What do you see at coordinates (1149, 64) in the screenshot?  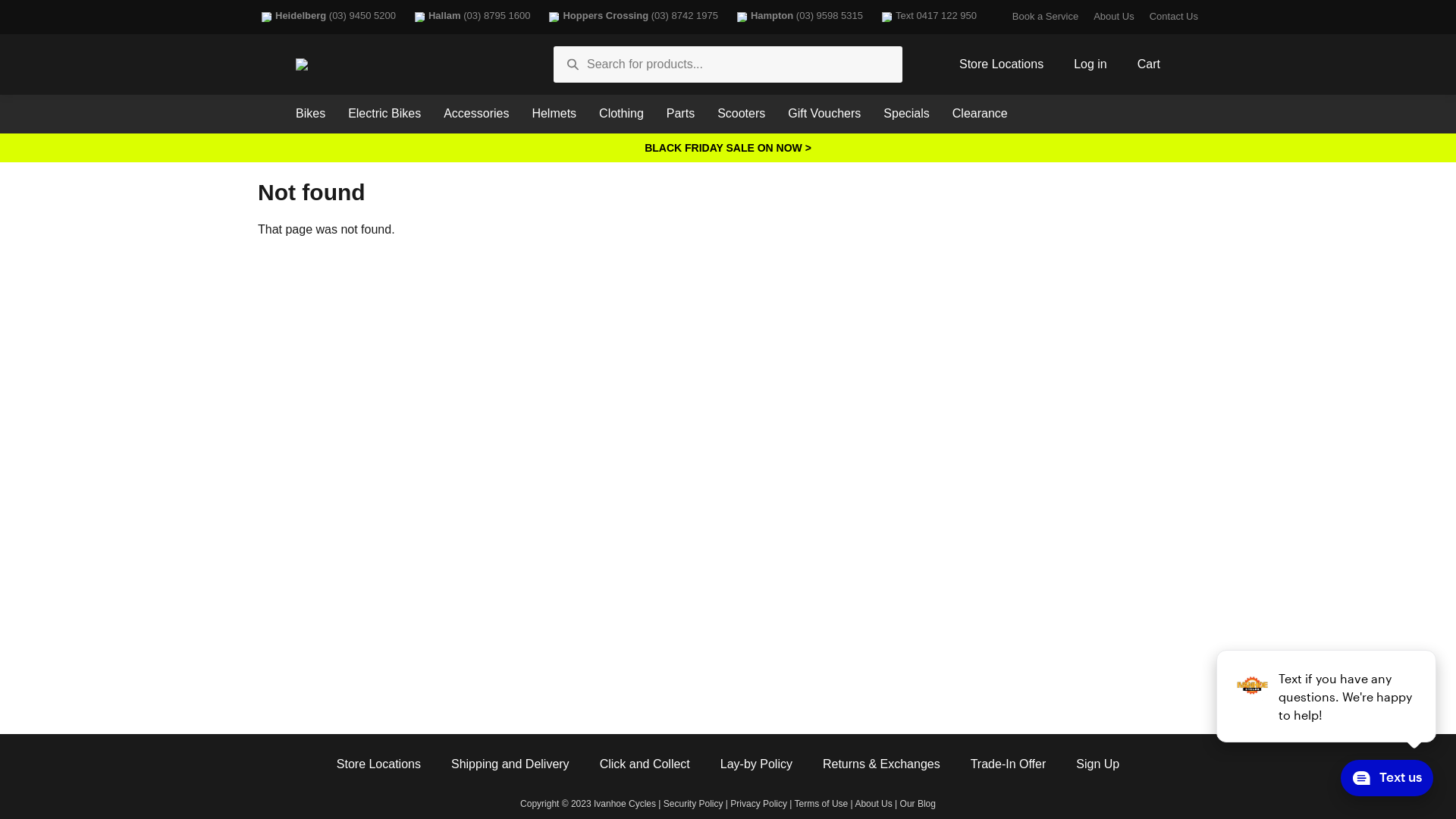 I see `'Cart'` at bounding box center [1149, 64].